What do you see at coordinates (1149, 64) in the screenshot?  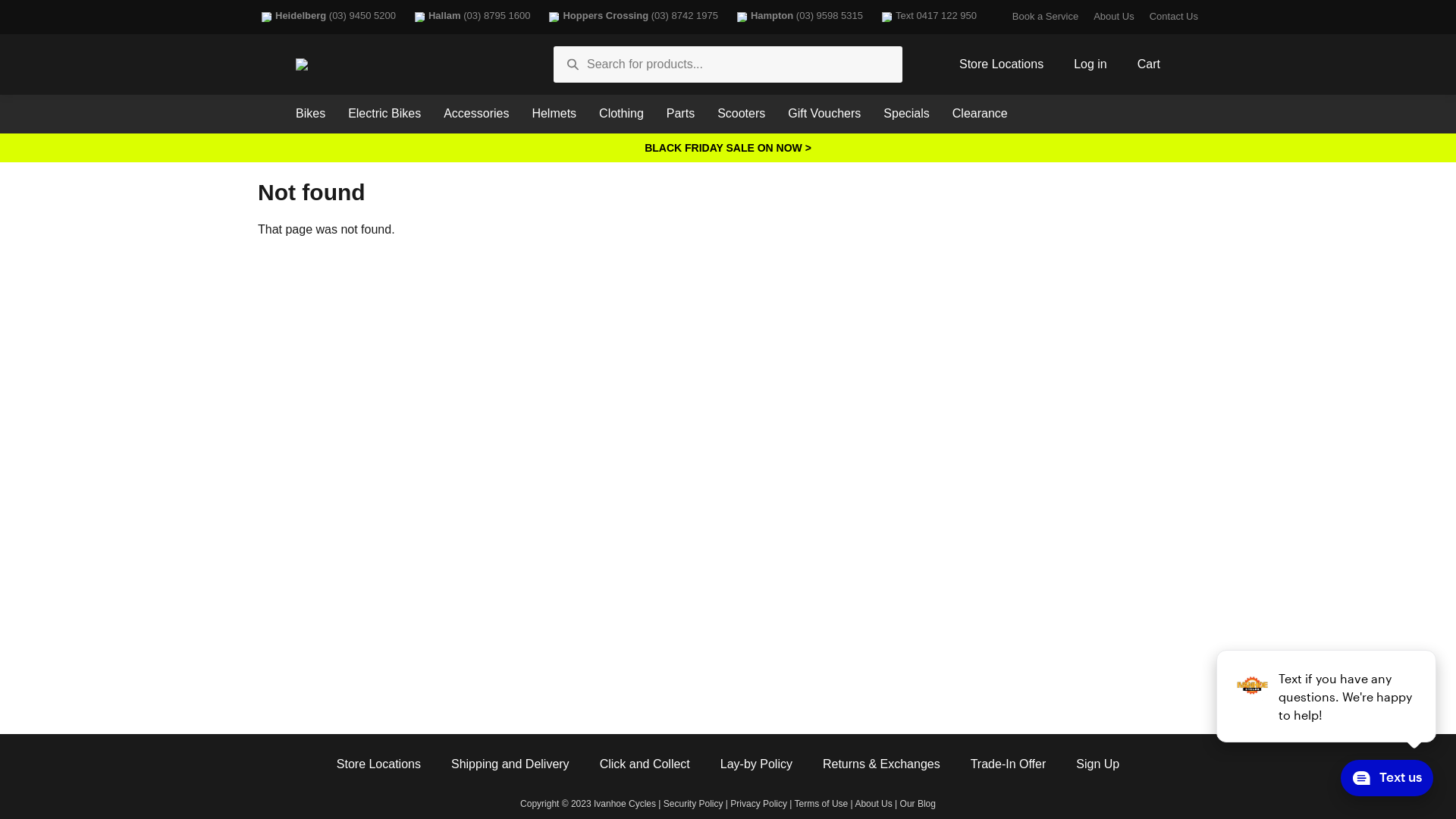 I see `'Cart'` at bounding box center [1149, 64].